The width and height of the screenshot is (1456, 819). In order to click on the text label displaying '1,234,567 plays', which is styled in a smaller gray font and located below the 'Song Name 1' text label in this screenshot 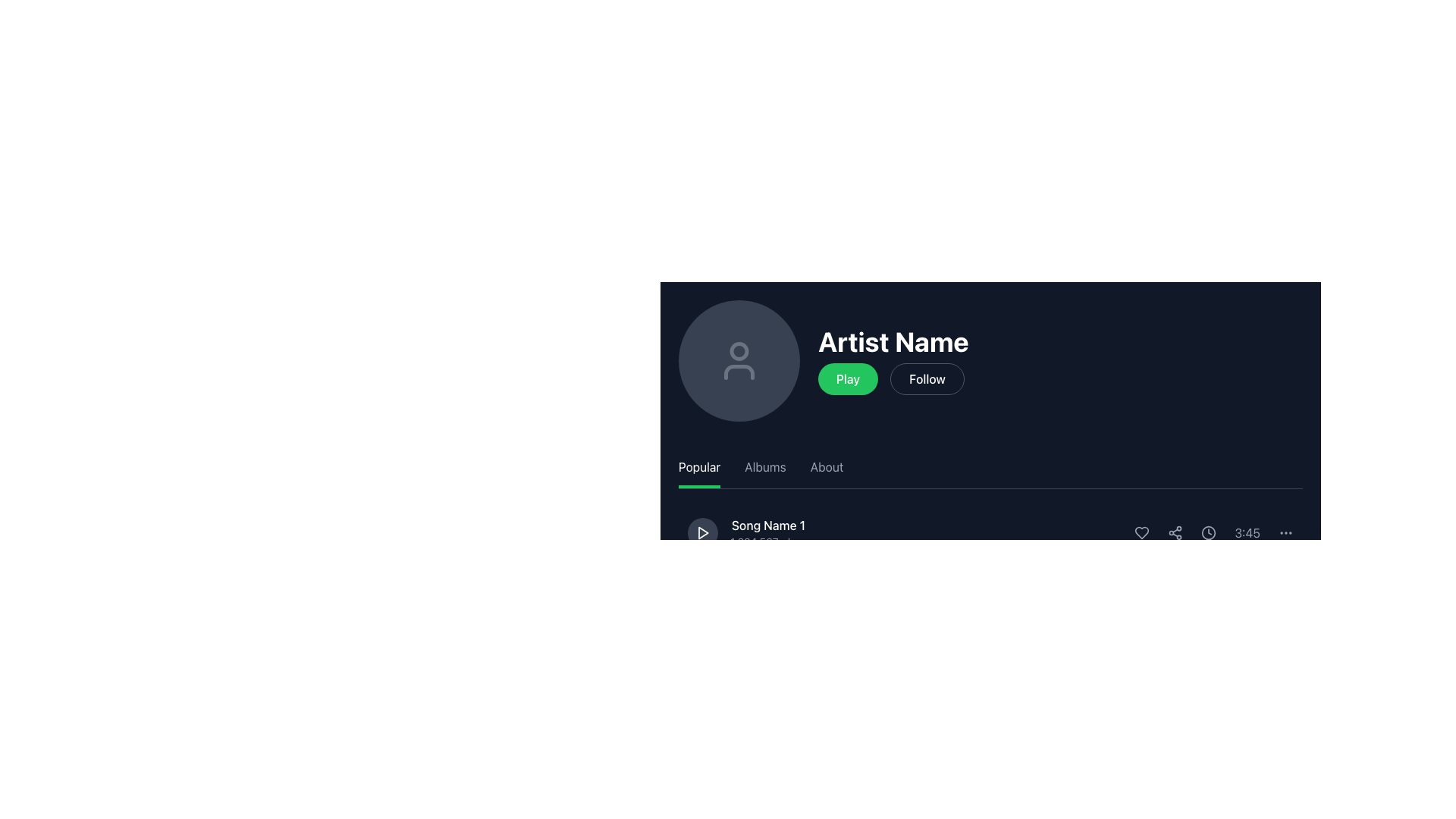, I will do `click(768, 541)`.